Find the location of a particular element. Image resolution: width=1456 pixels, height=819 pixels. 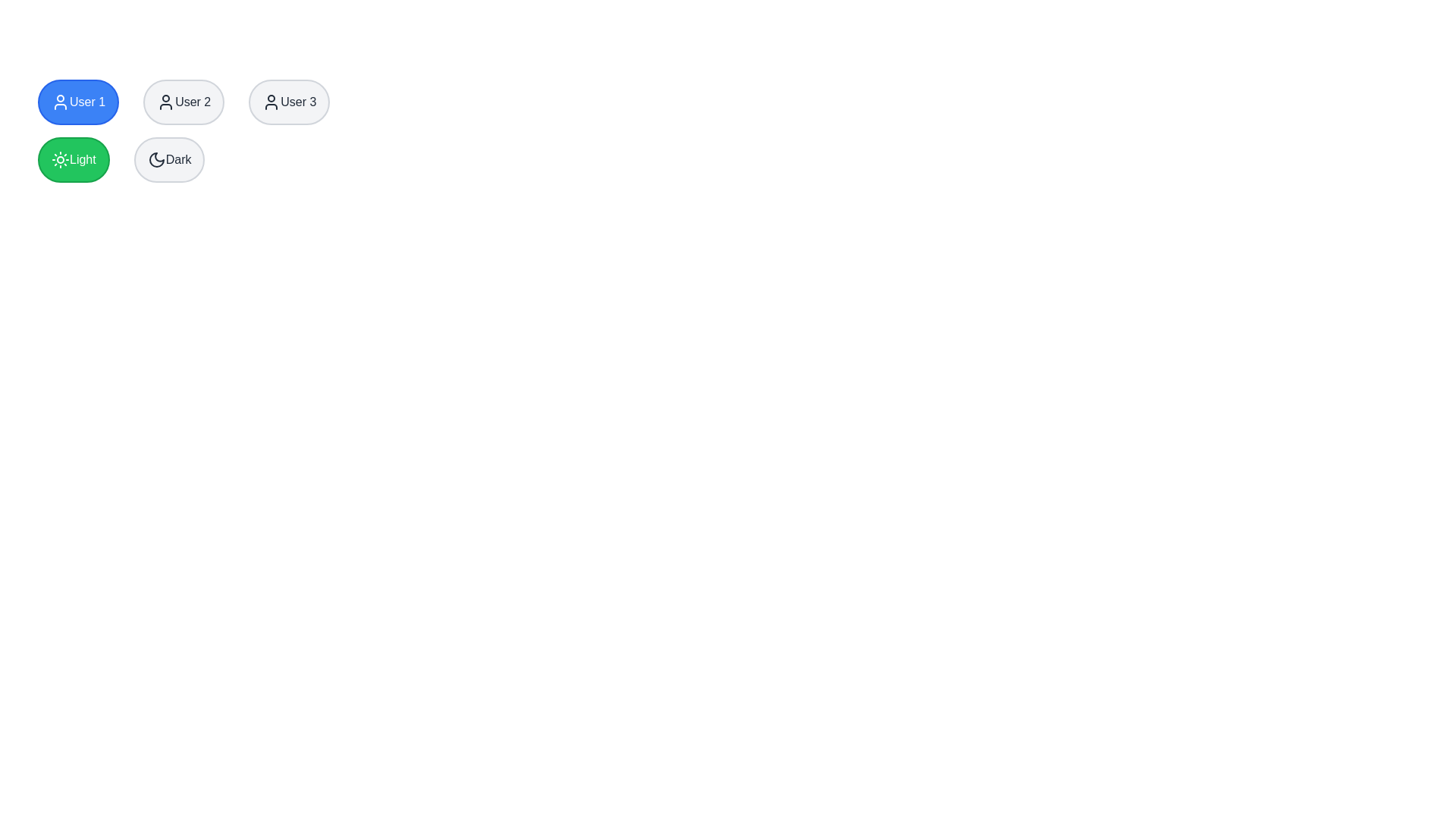

the user profile icon located at the center-top region of the button labeled 'User 3', situated in the top-right corner of the interface is located at coordinates (271, 102).